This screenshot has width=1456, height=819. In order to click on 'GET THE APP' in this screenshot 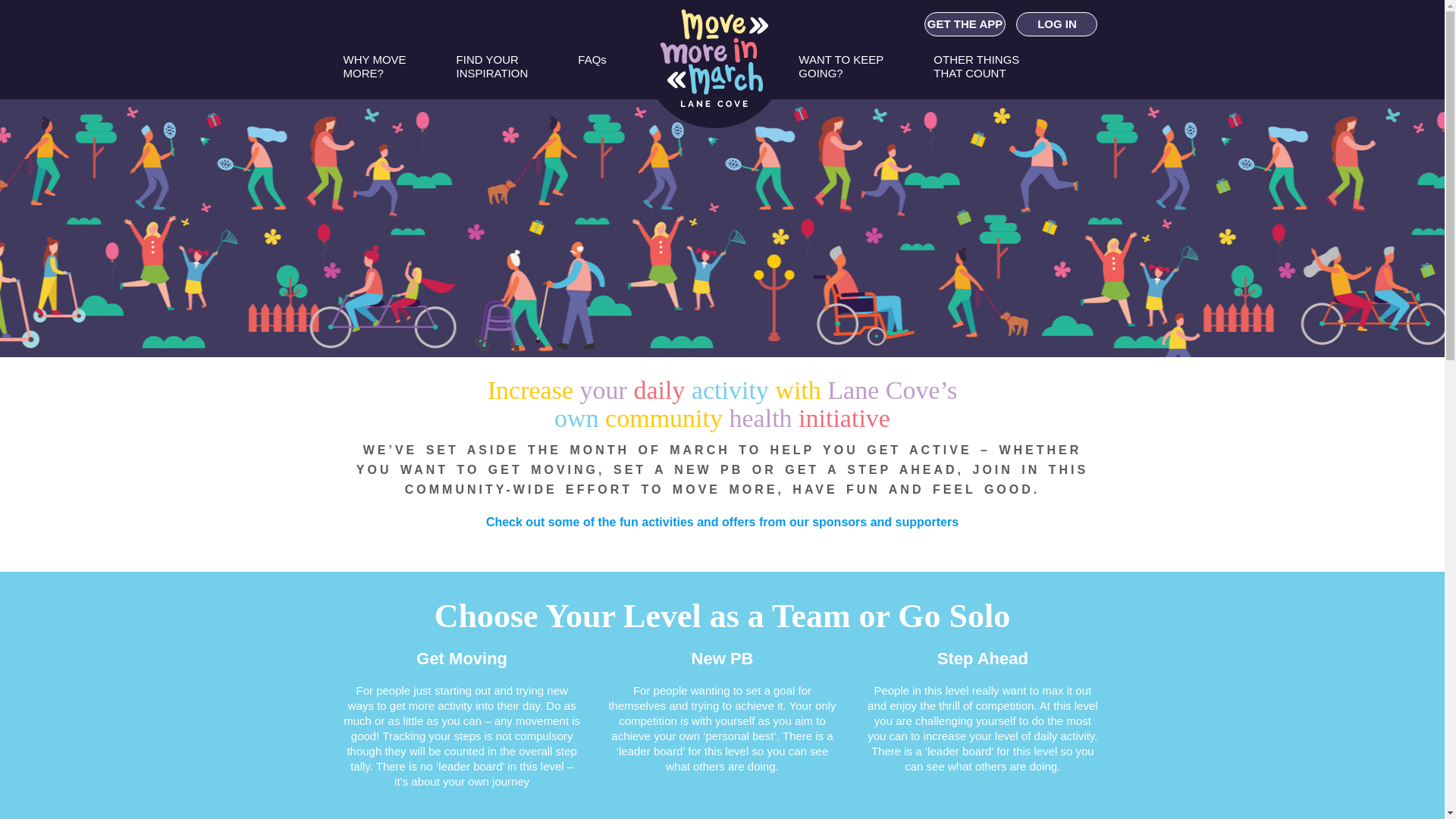, I will do `click(964, 24)`.